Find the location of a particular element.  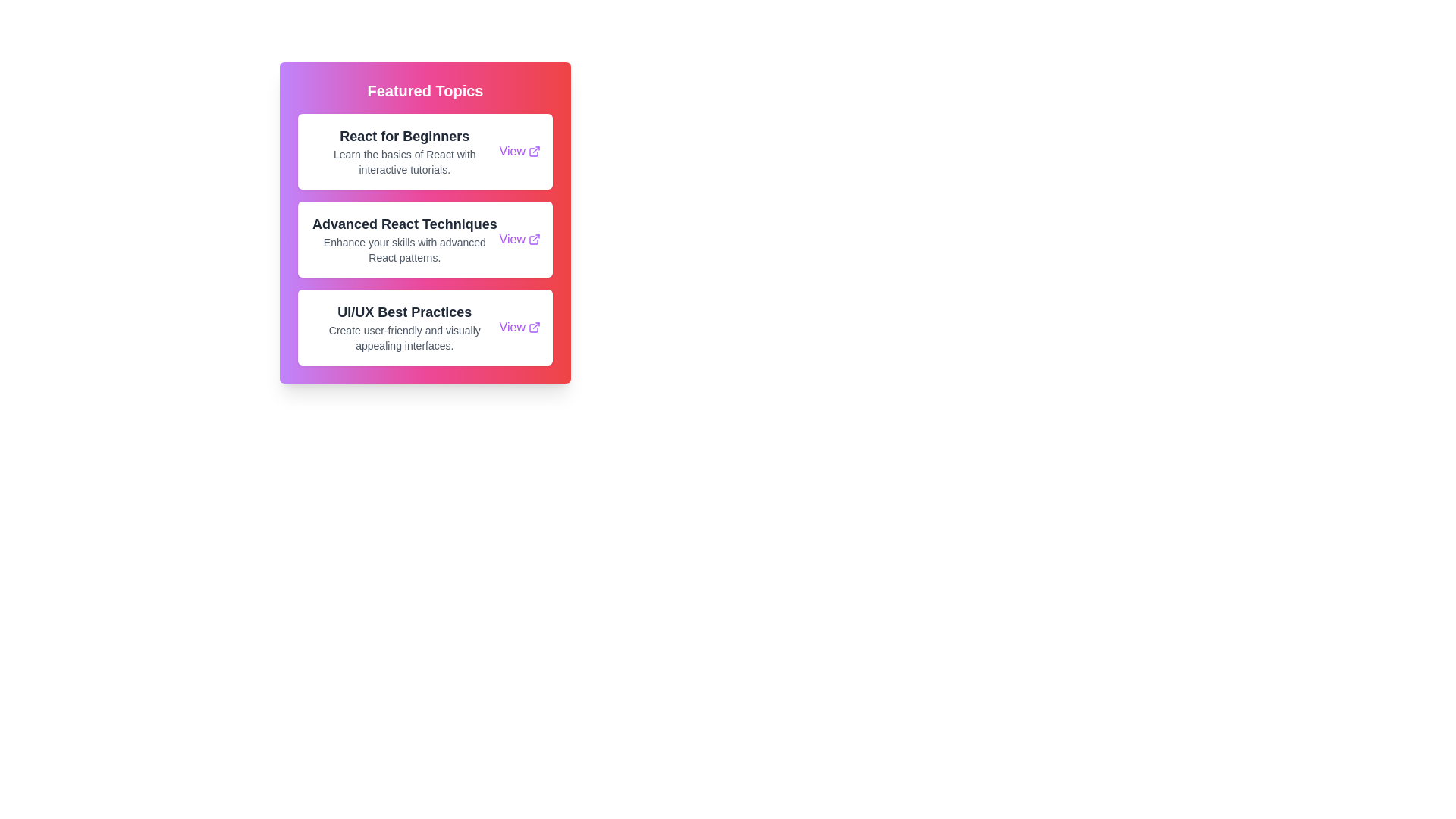

the 'View' hyperlink with a purple font and external link icon is located at coordinates (519, 152).